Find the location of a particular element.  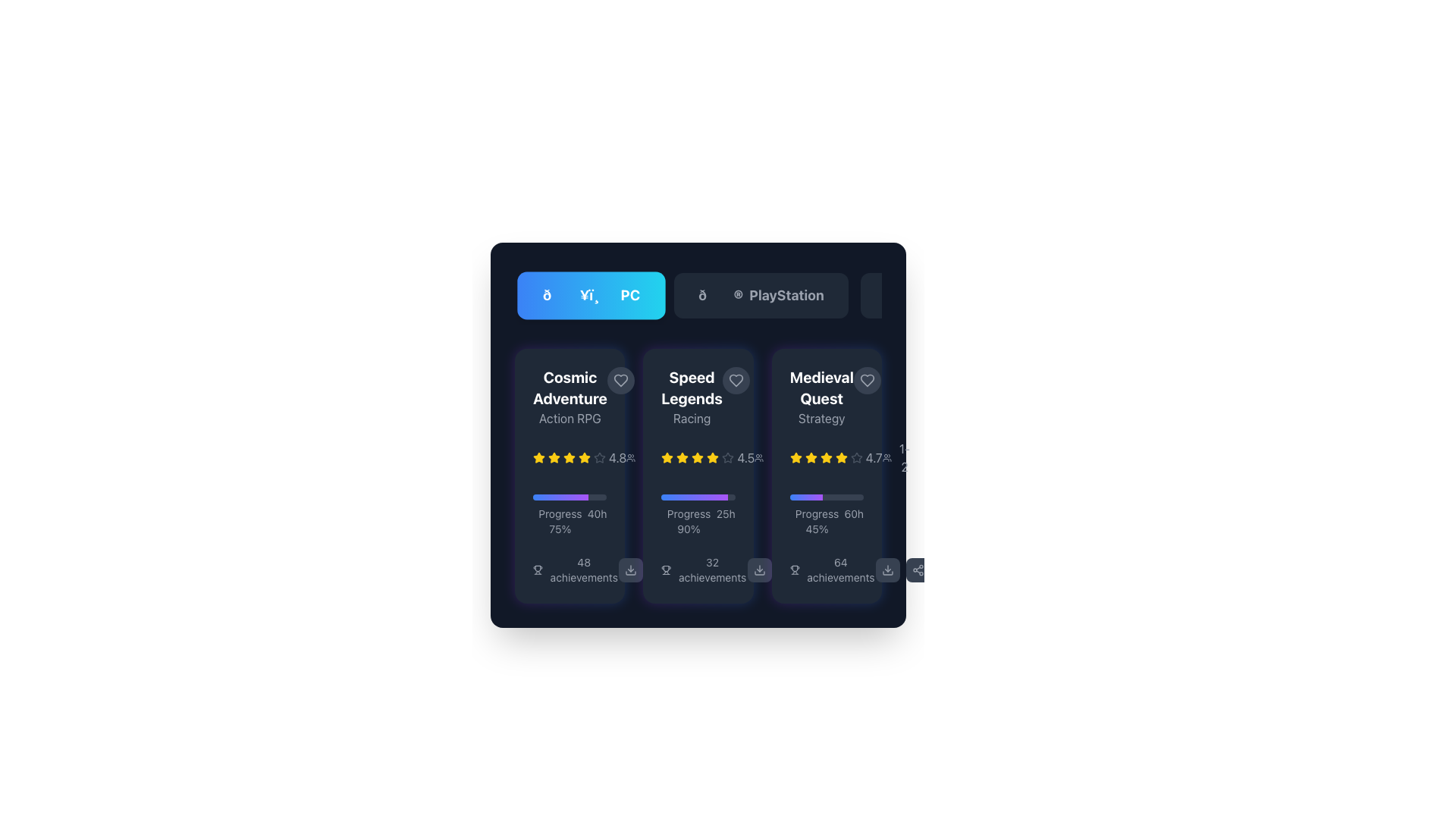

the rating represented by the Rating Indicator consisting of five star icons, four filled with yellow, and the text '4.7' in gray, located in the rating section of the 'Medieval Quest' card in the right-hand column is located at coordinates (835, 457).